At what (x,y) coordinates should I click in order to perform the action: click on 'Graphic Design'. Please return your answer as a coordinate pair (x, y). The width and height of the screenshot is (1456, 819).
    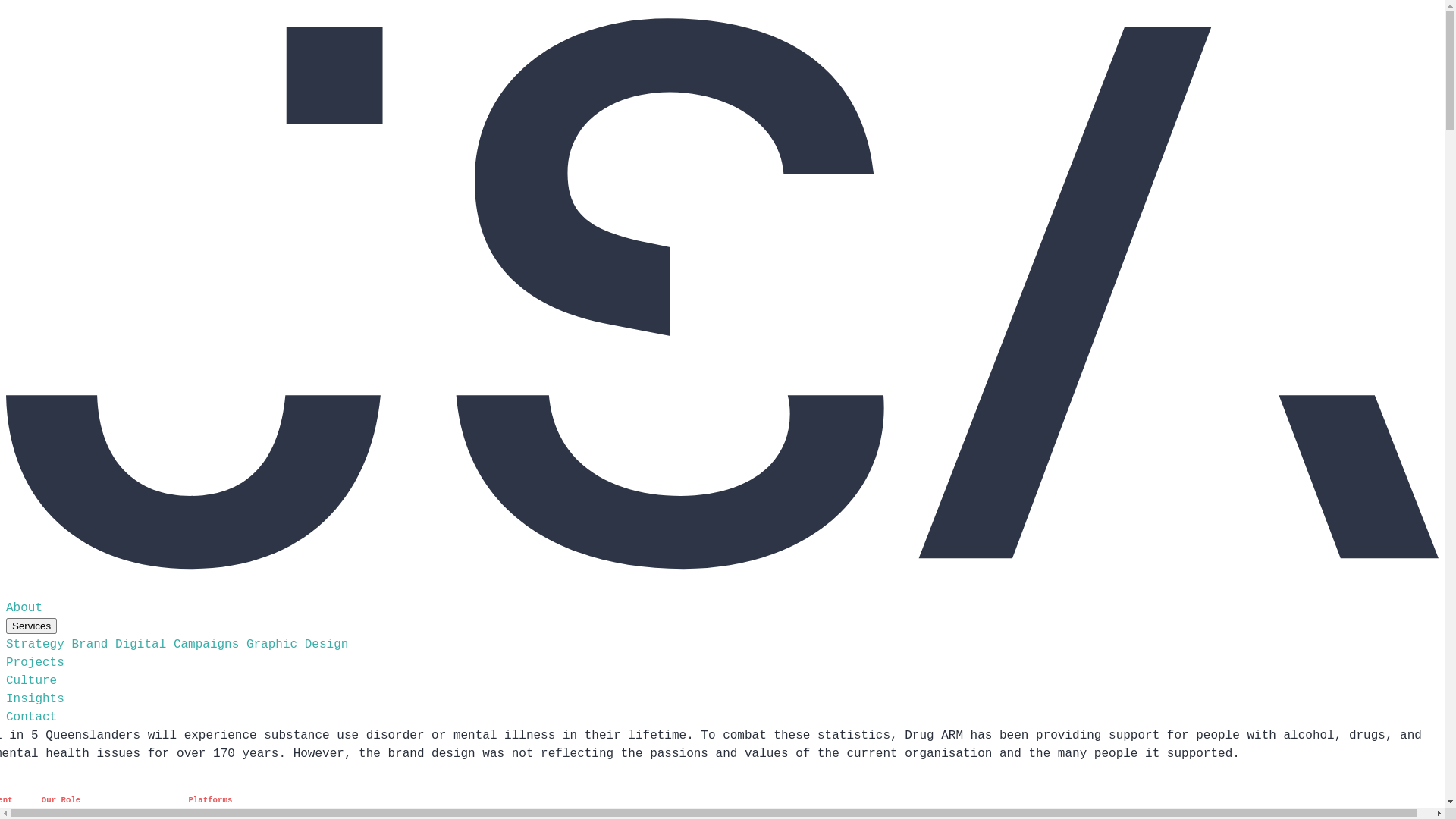
    Looking at the image, I should click on (297, 644).